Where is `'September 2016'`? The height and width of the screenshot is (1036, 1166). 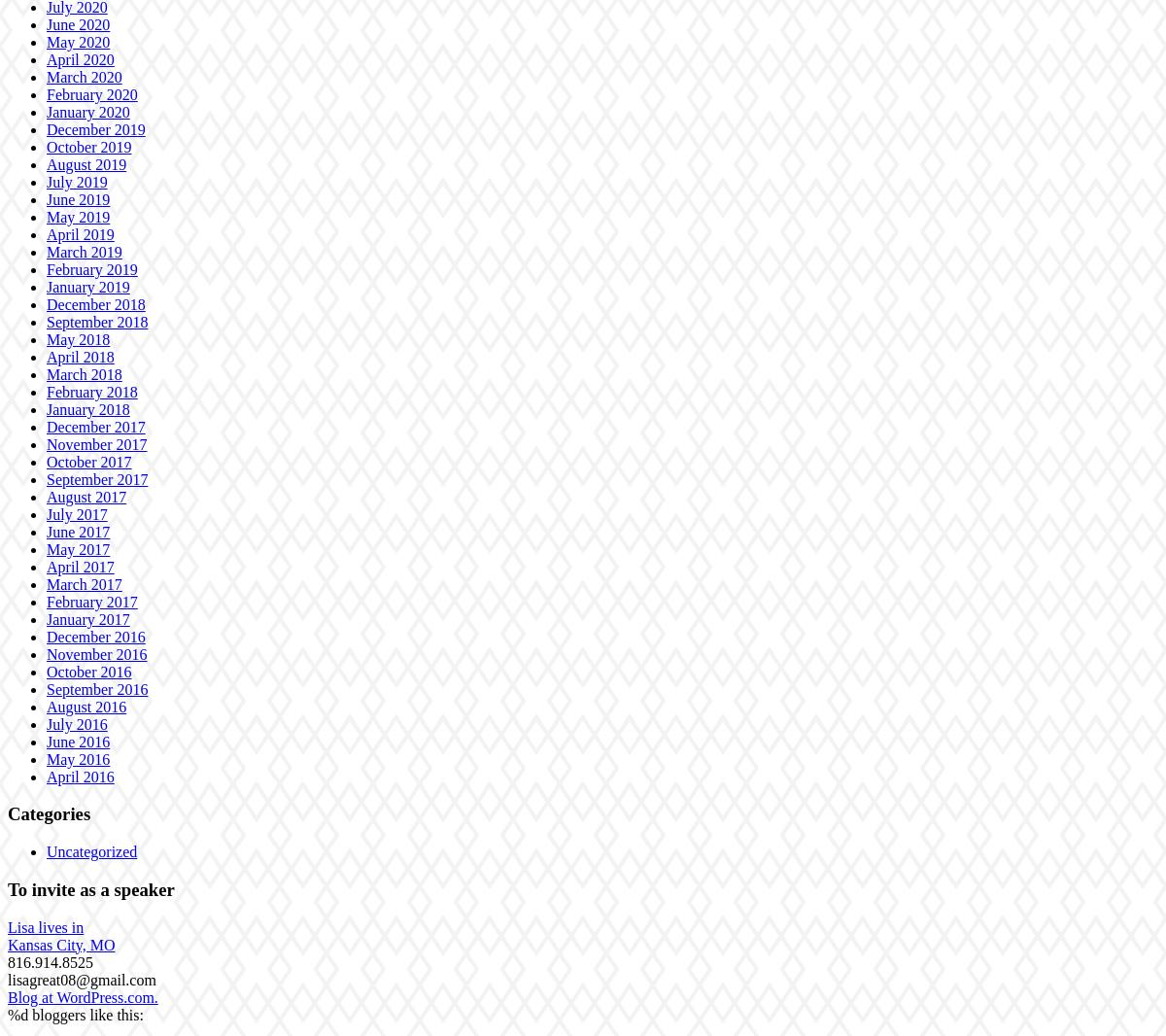
'September 2016' is located at coordinates (96, 687).